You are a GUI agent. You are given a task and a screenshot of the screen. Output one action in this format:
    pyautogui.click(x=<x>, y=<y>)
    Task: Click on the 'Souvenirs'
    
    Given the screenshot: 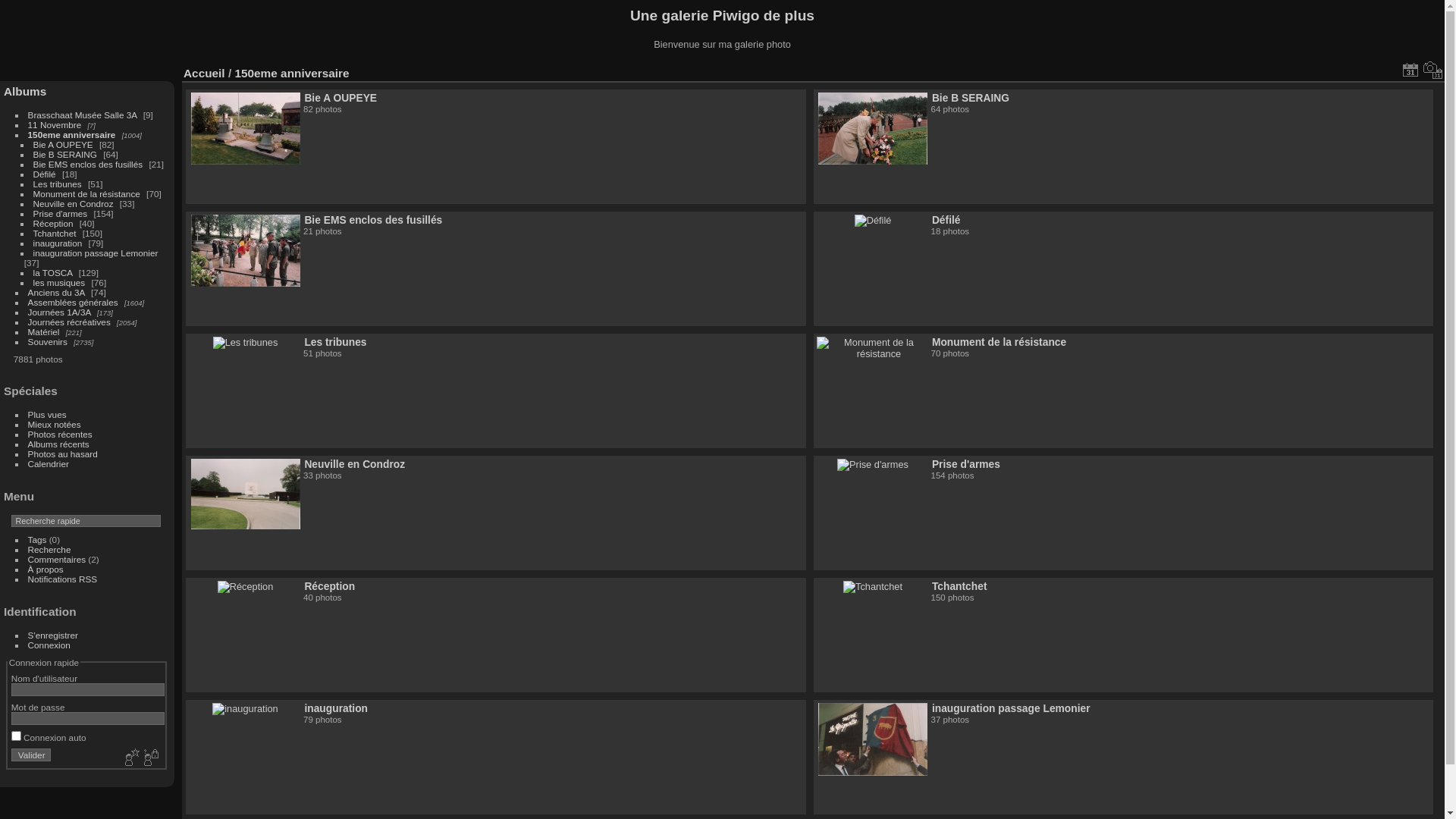 What is the action you would take?
    pyautogui.click(x=28, y=341)
    